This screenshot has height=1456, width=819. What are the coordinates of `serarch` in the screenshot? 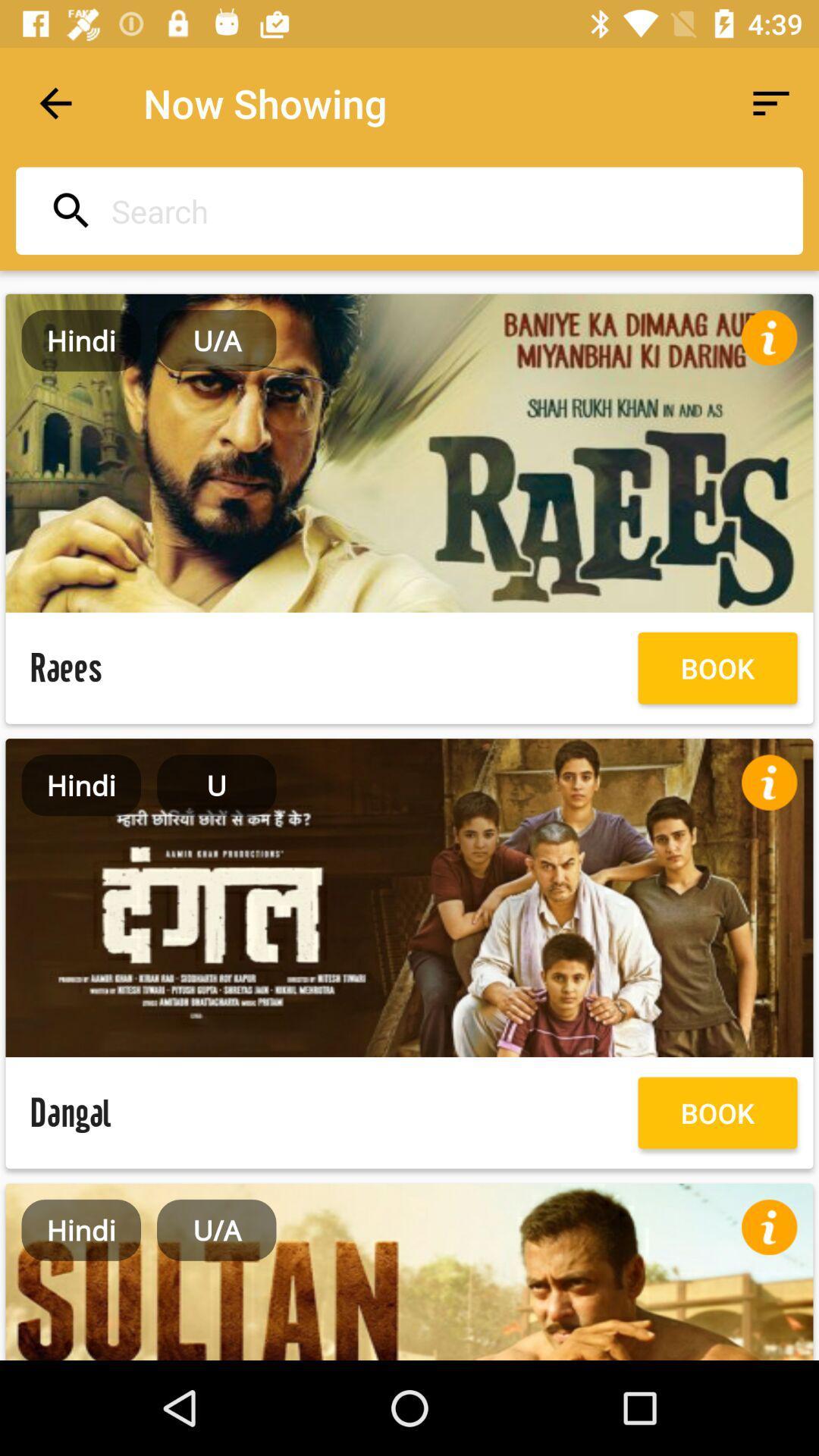 It's located at (404, 210).